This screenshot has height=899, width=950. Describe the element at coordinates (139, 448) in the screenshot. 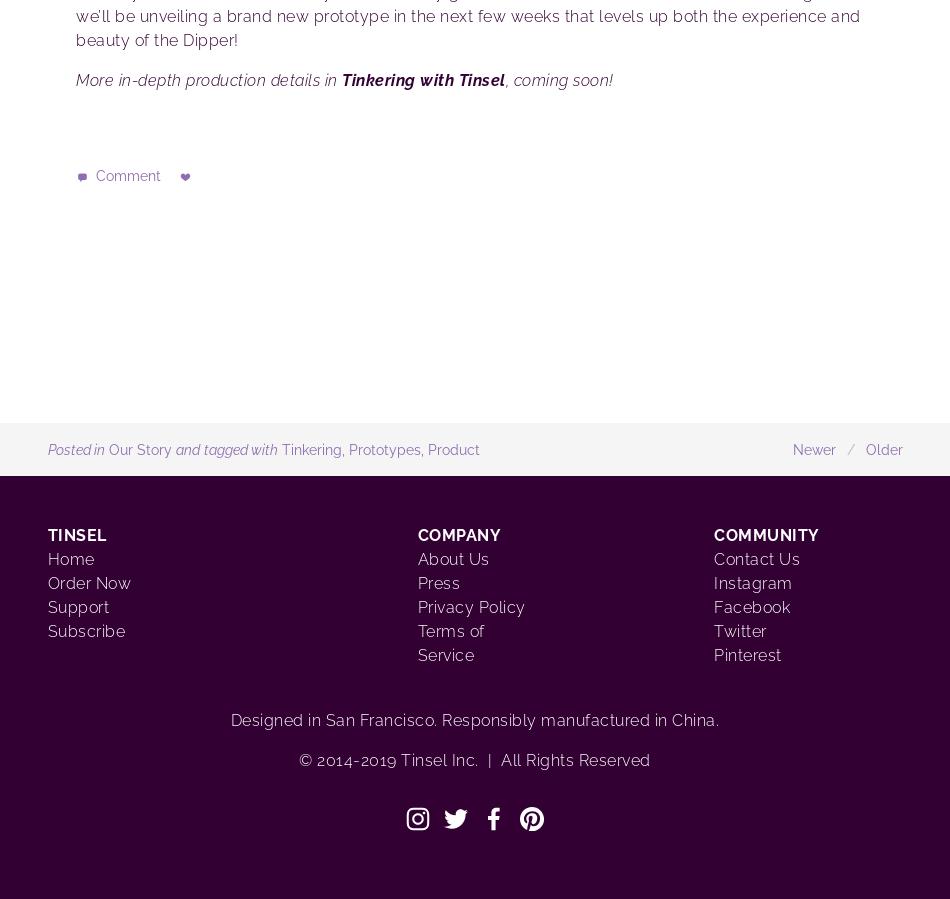

I see `'Our Story'` at that location.